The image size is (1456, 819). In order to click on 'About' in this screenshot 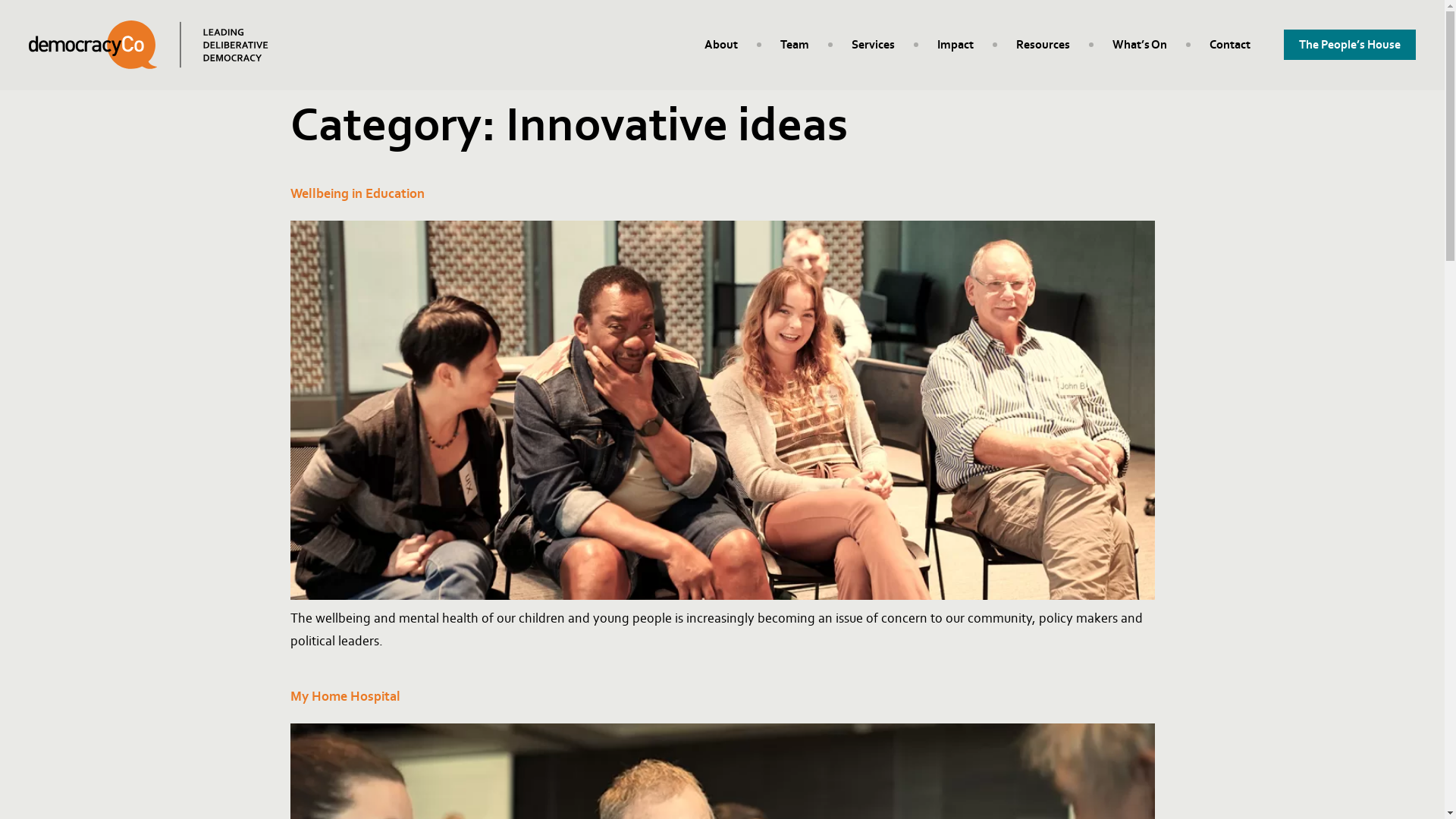, I will do `click(720, 43)`.